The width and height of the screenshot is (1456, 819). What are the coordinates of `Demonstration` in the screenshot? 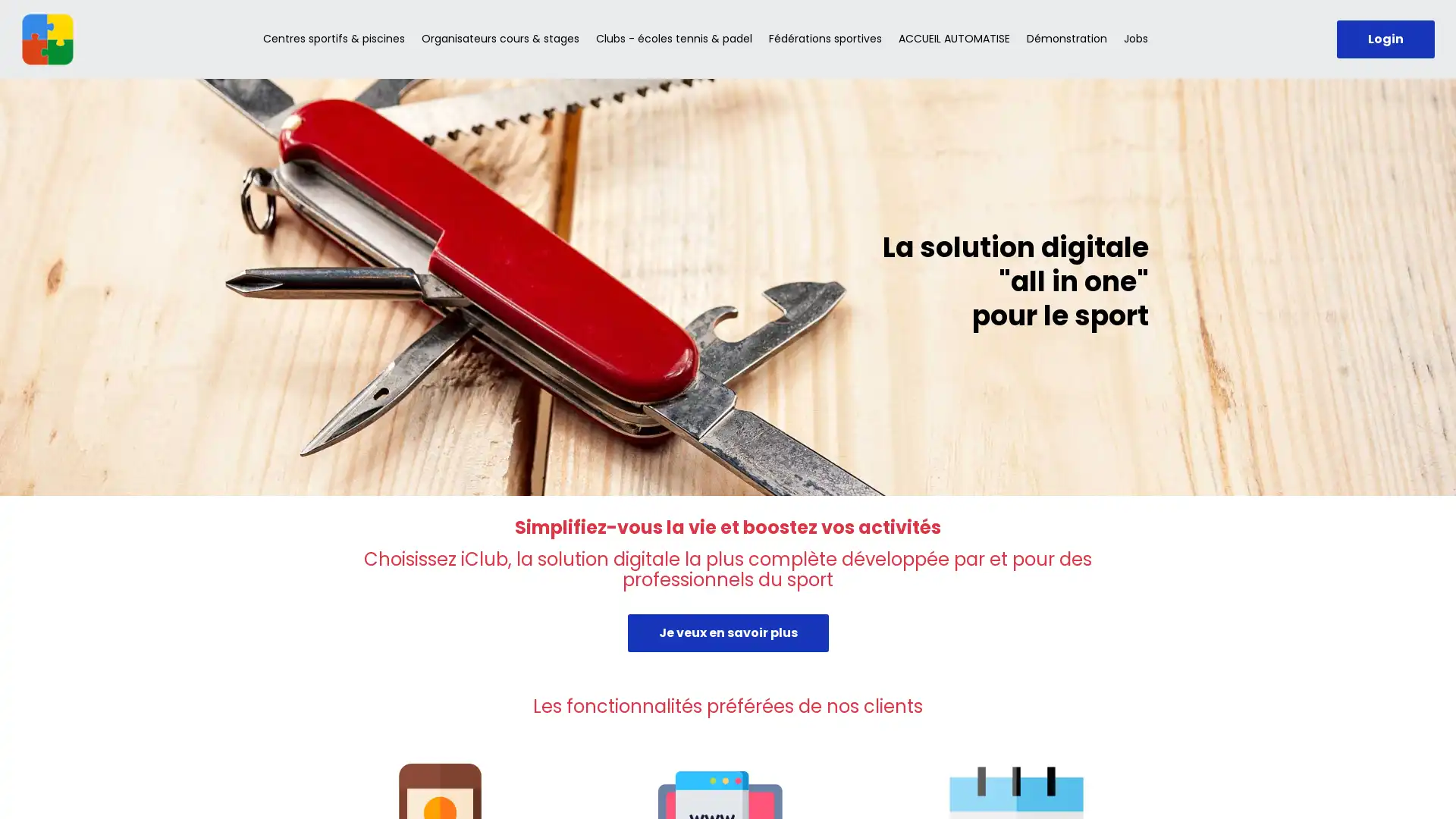 It's located at (1065, 38).